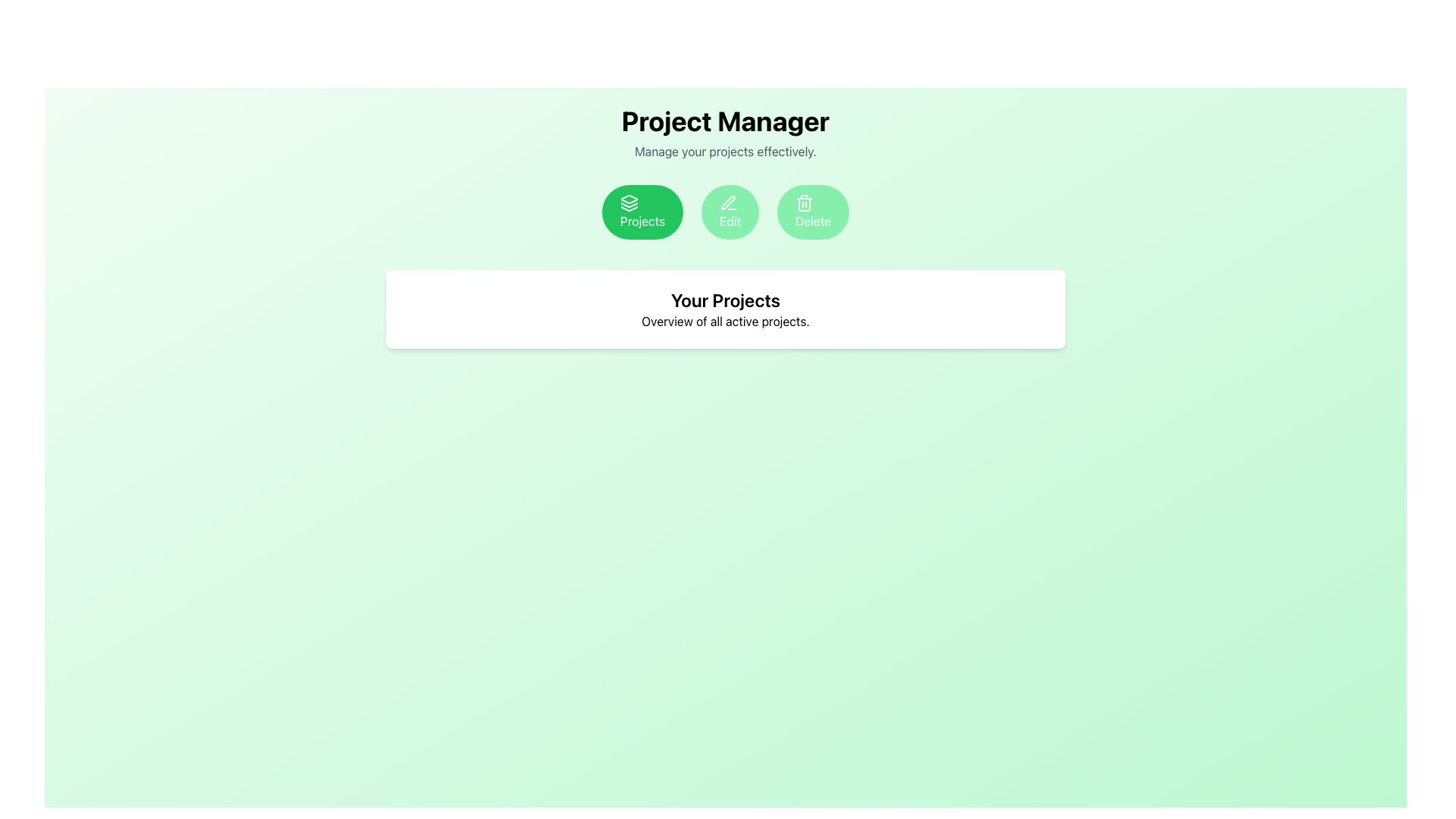 The width and height of the screenshot is (1456, 819). What do you see at coordinates (629, 202) in the screenshot?
I see `the green circular button with a layered symbol and 'Projects' text below it` at bounding box center [629, 202].